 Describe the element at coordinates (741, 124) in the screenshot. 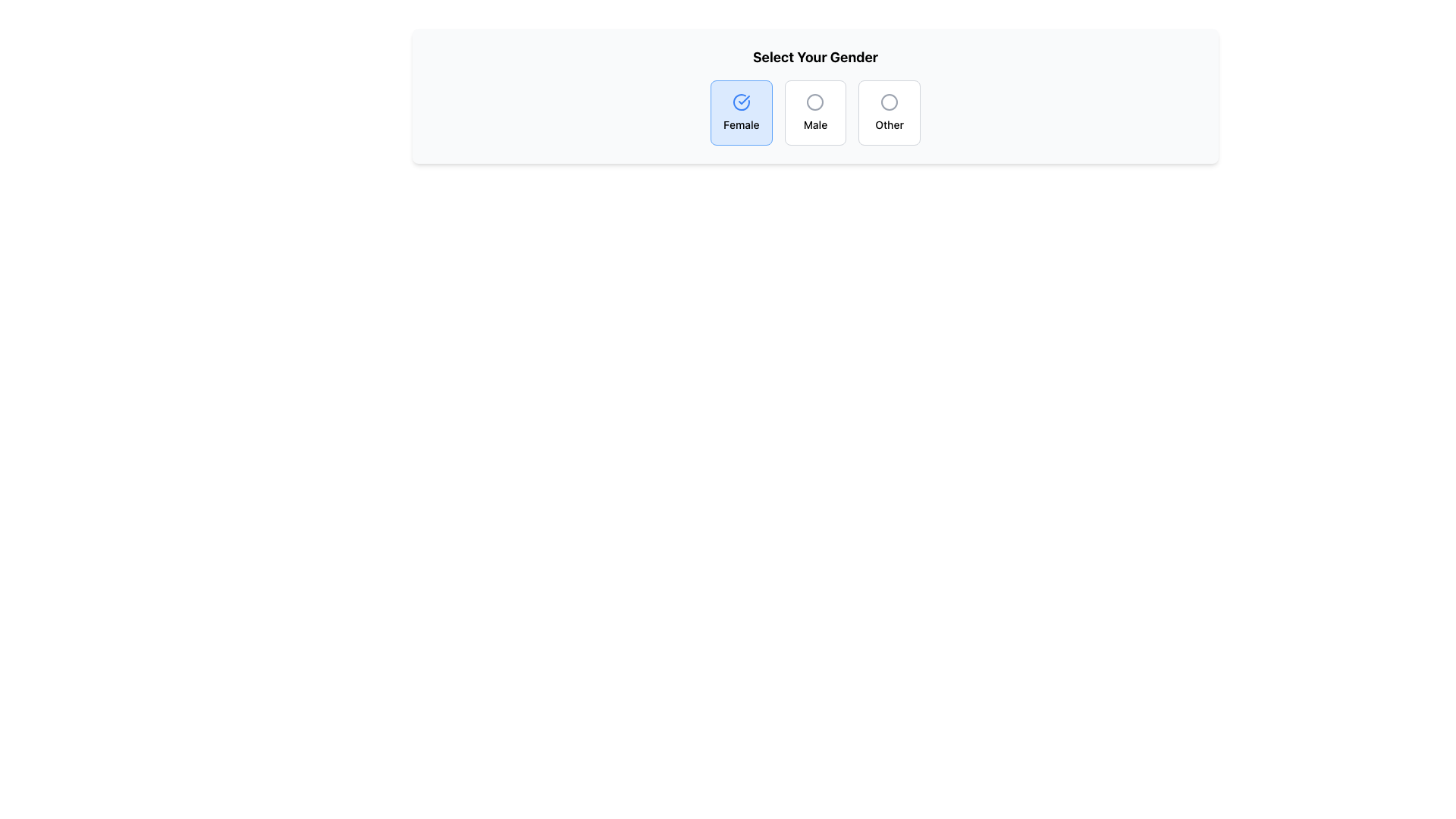

I see `the text label 'Female' which is styled with a small font size and medium weight, located beneath a circular checkmark icon in a rounded rectangular section with a blue background` at that location.